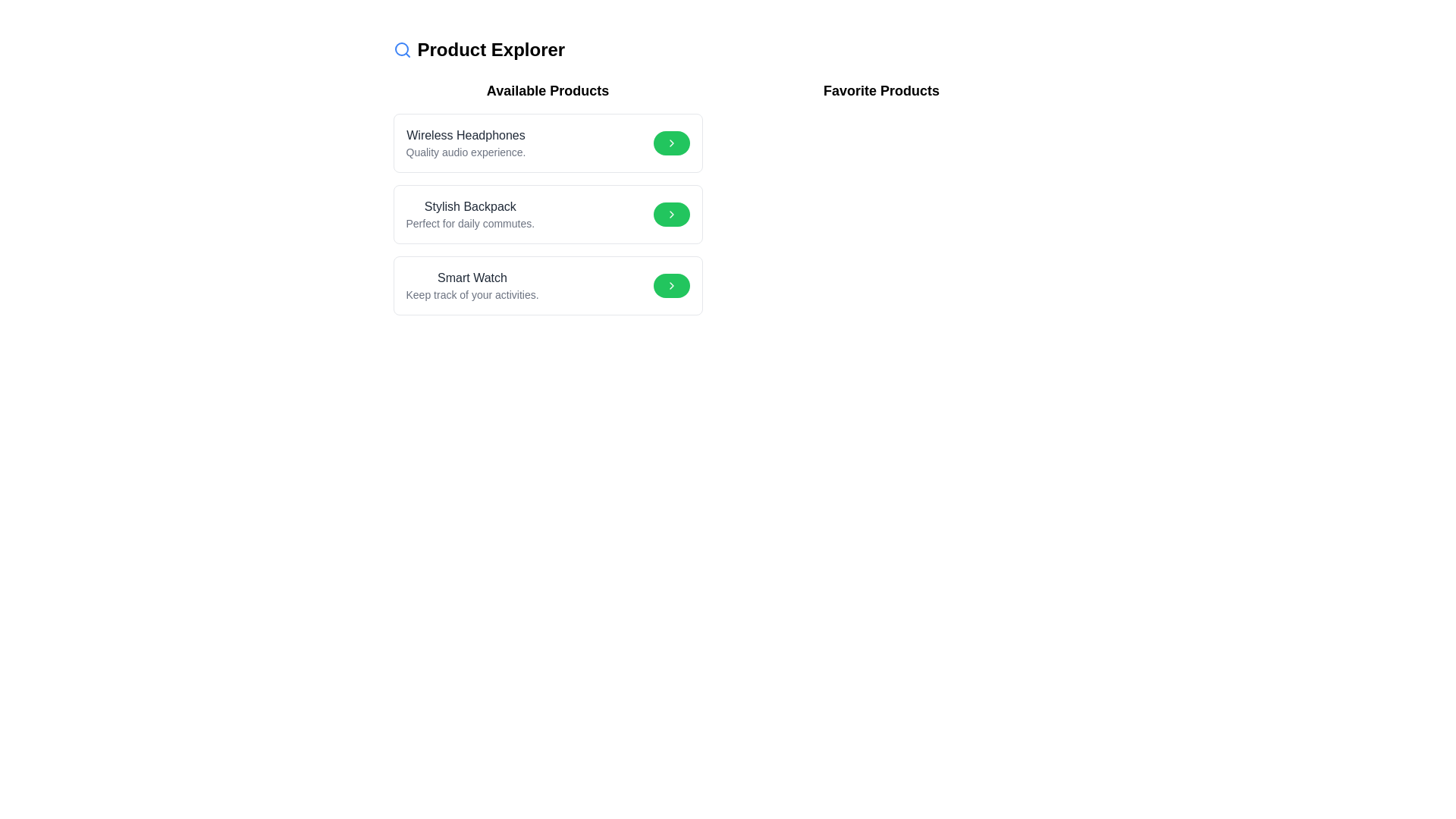 This screenshot has width=1456, height=819. What do you see at coordinates (881, 90) in the screenshot?
I see `the header label for the user's favorite products, which is positioned near the top right section of the layout and slightly above the 'Available Products' section` at bounding box center [881, 90].